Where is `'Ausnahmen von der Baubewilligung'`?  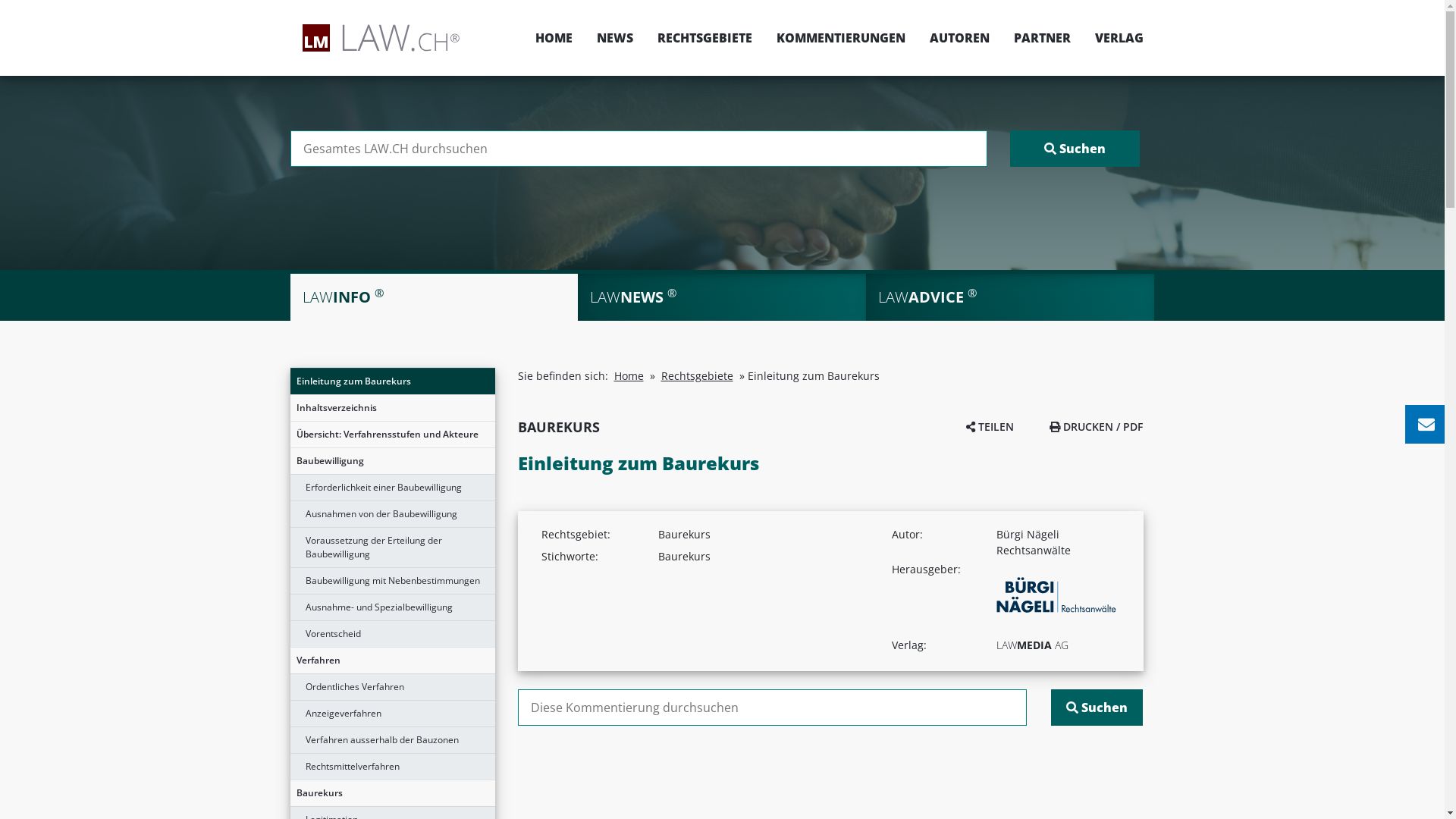 'Ausnahmen von der Baubewilligung' is located at coordinates (392, 513).